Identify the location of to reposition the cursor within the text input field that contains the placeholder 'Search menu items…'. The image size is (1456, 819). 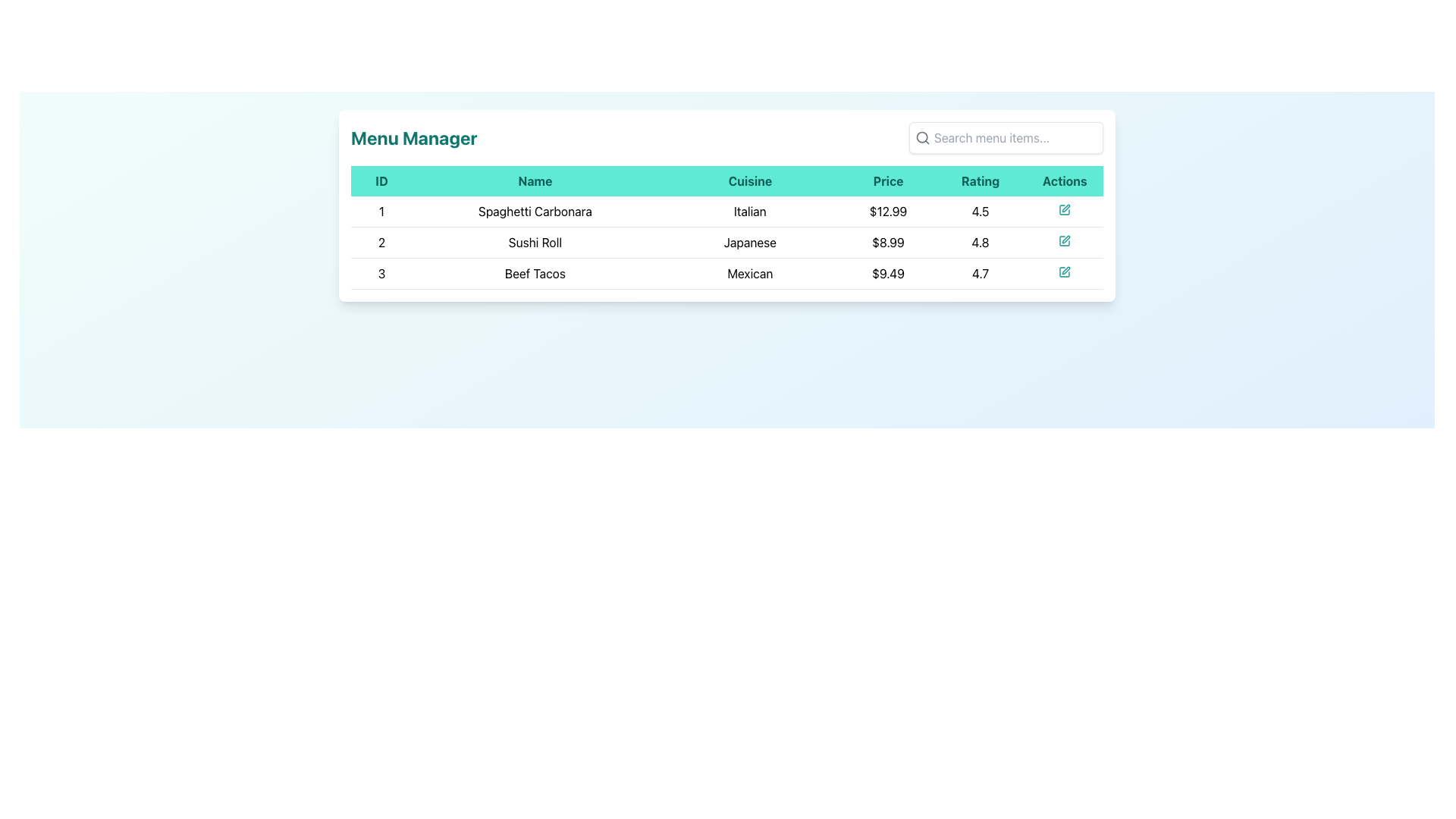
(1006, 137).